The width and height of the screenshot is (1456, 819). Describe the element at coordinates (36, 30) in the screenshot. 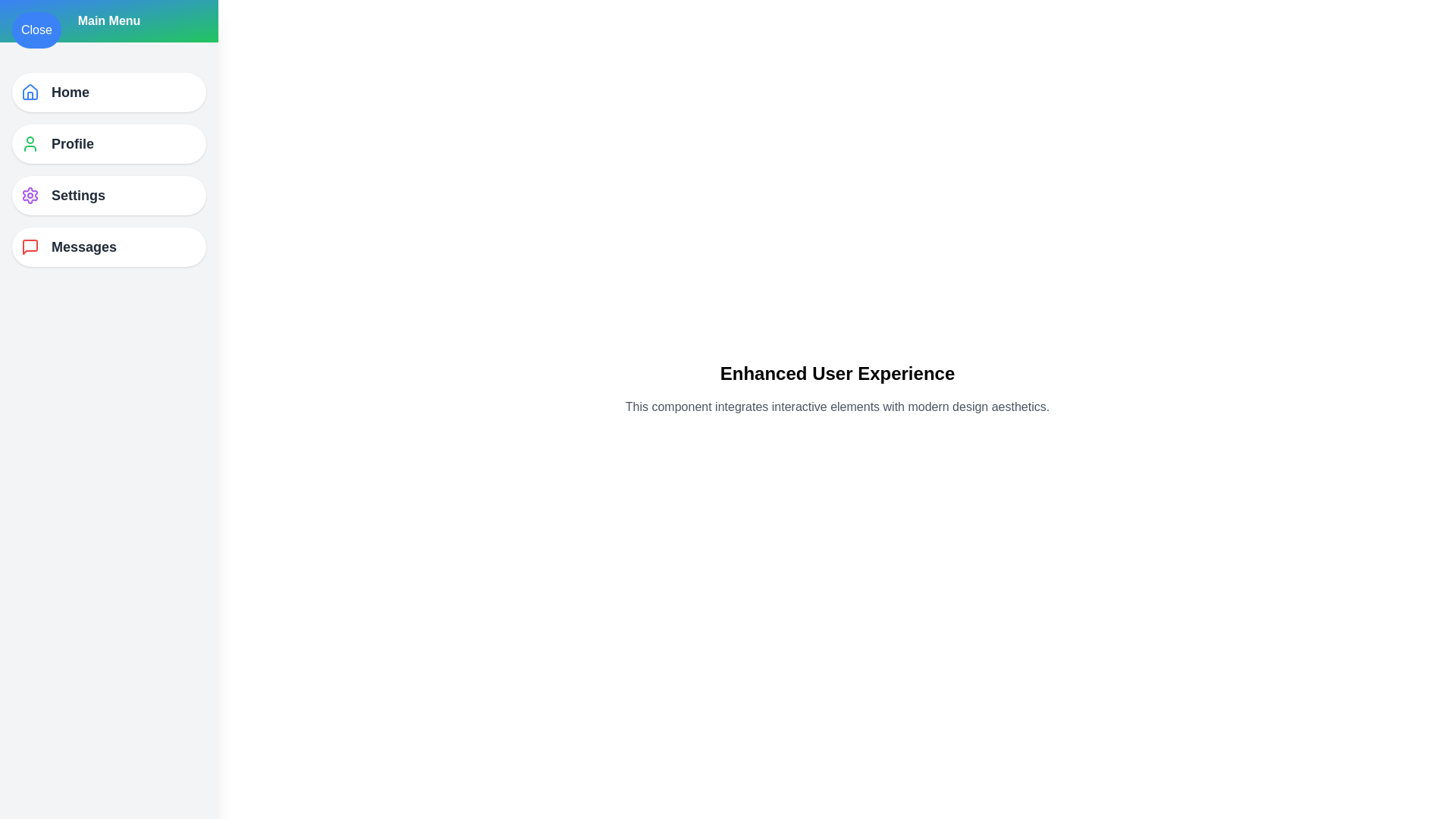

I see `the 'Close' button to toggle the drawer state` at that location.